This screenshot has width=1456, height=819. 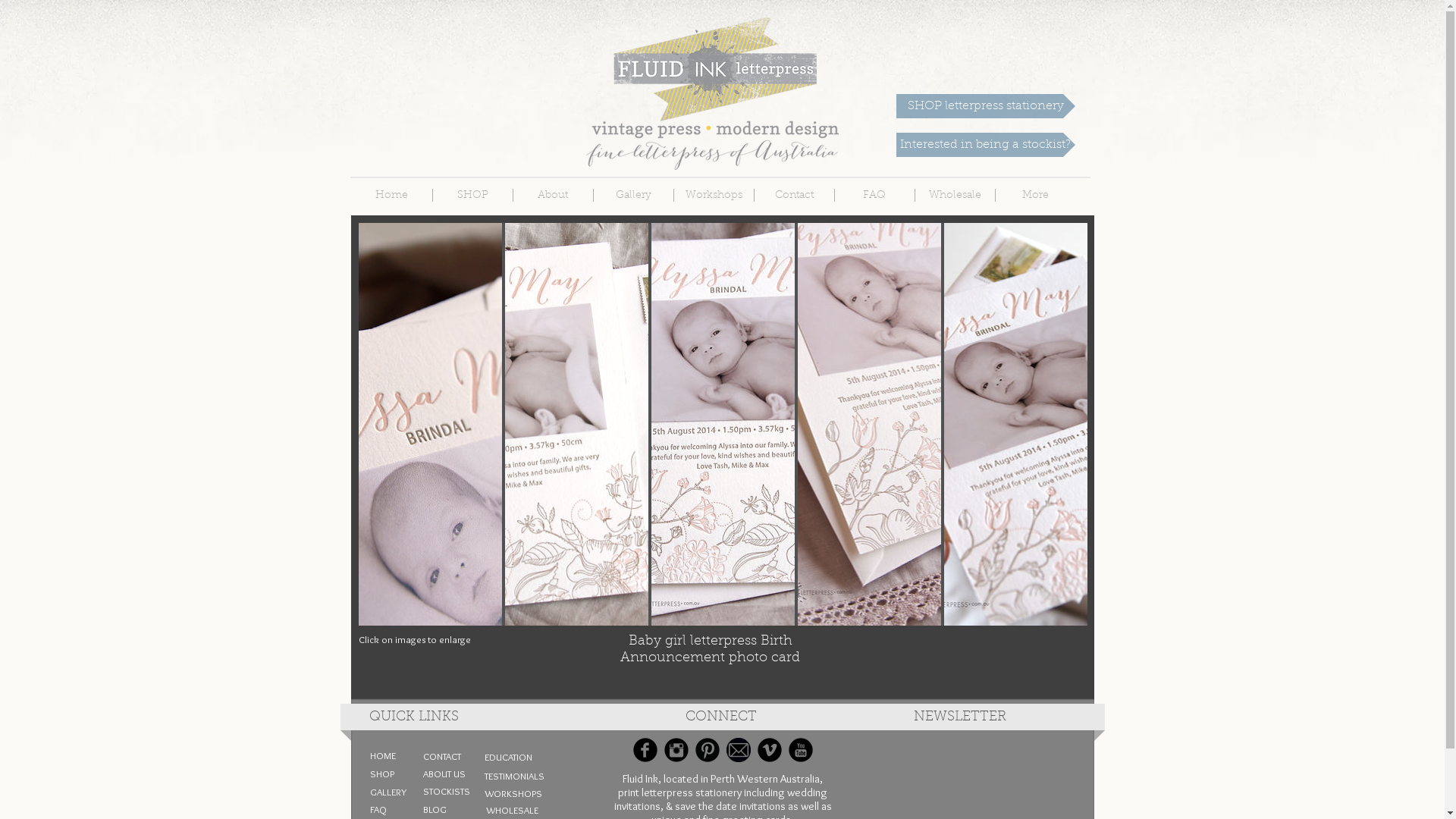 I want to click on 'About', so click(x=551, y=194).